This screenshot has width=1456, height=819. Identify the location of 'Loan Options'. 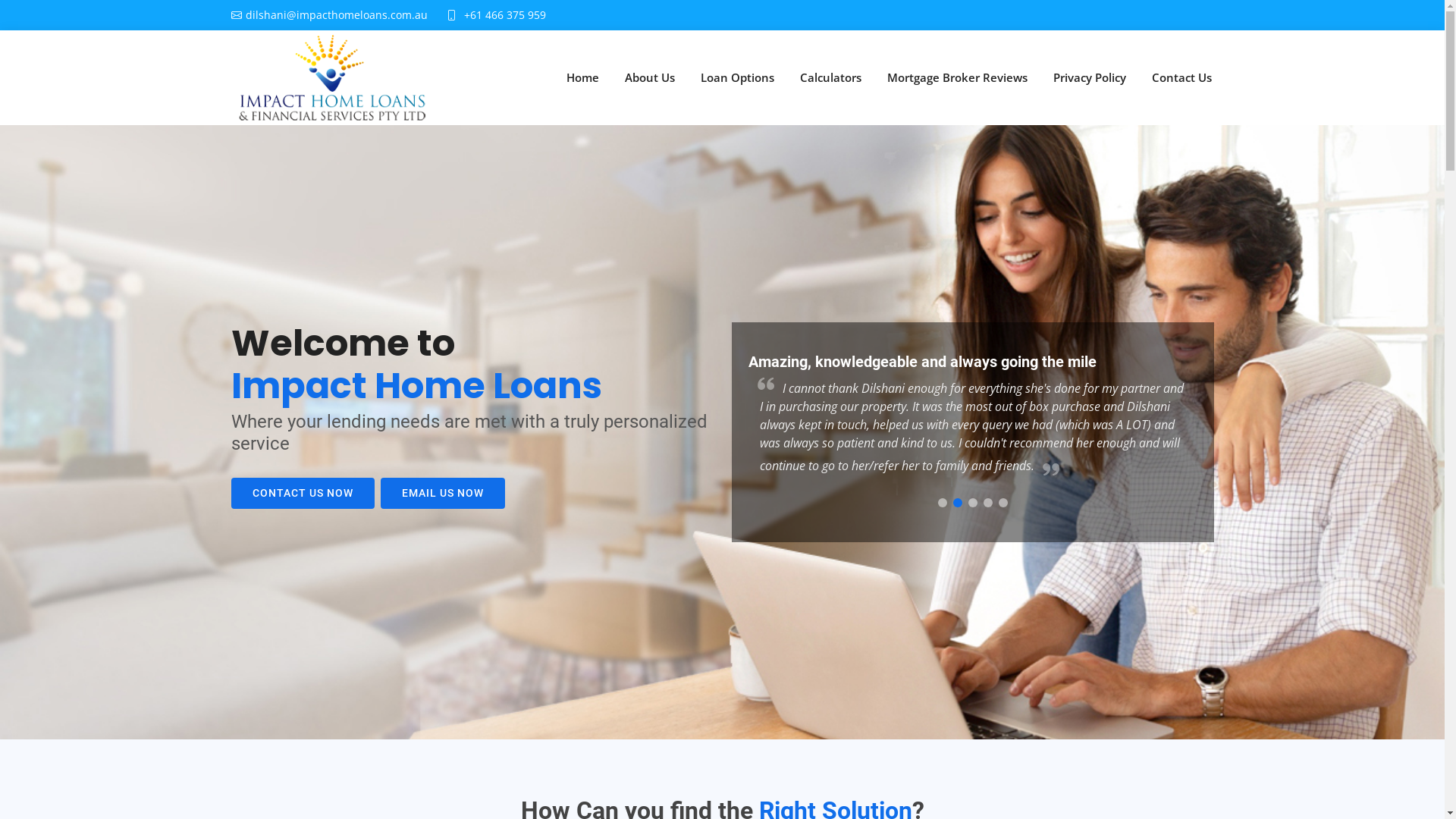
(697, 77).